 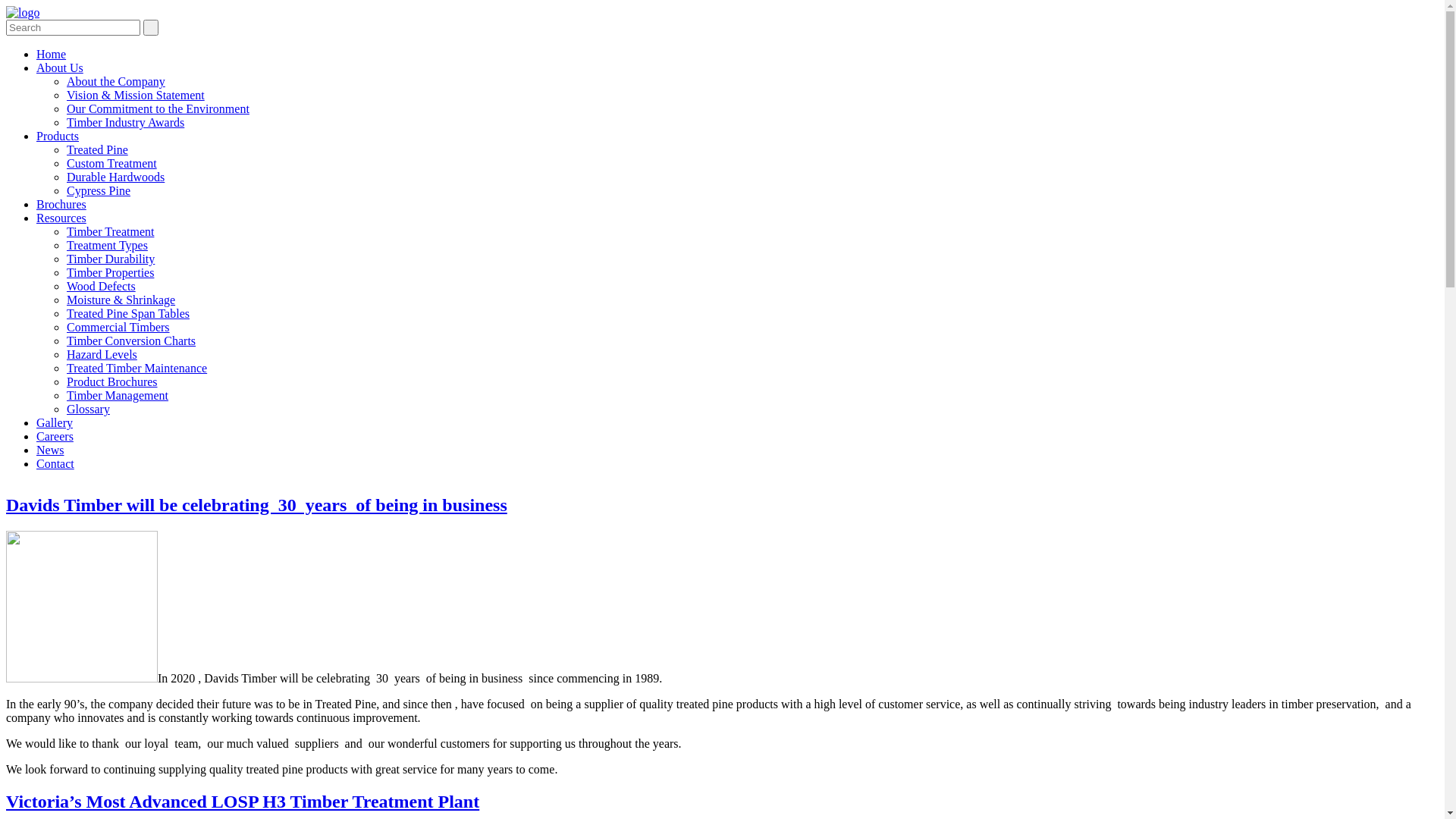 What do you see at coordinates (97, 190) in the screenshot?
I see `'Cypress Pine'` at bounding box center [97, 190].